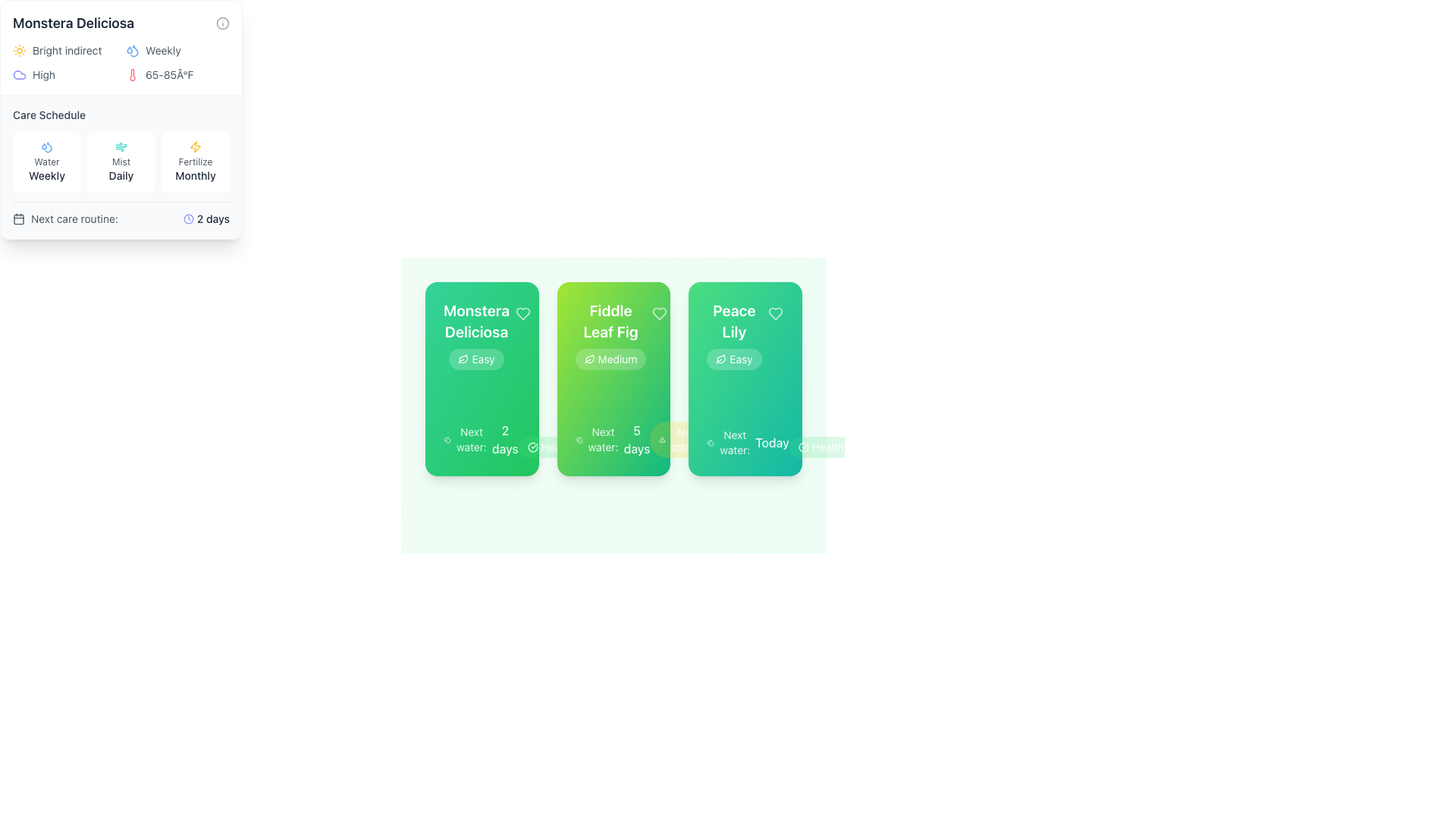 This screenshot has height=819, width=1456. Describe the element at coordinates (823, 447) in the screenshot. I see `the health status label with icon located at the bottom-right corner of the 'Peace Lily' card, which visually represents the item's well-being` at that location.